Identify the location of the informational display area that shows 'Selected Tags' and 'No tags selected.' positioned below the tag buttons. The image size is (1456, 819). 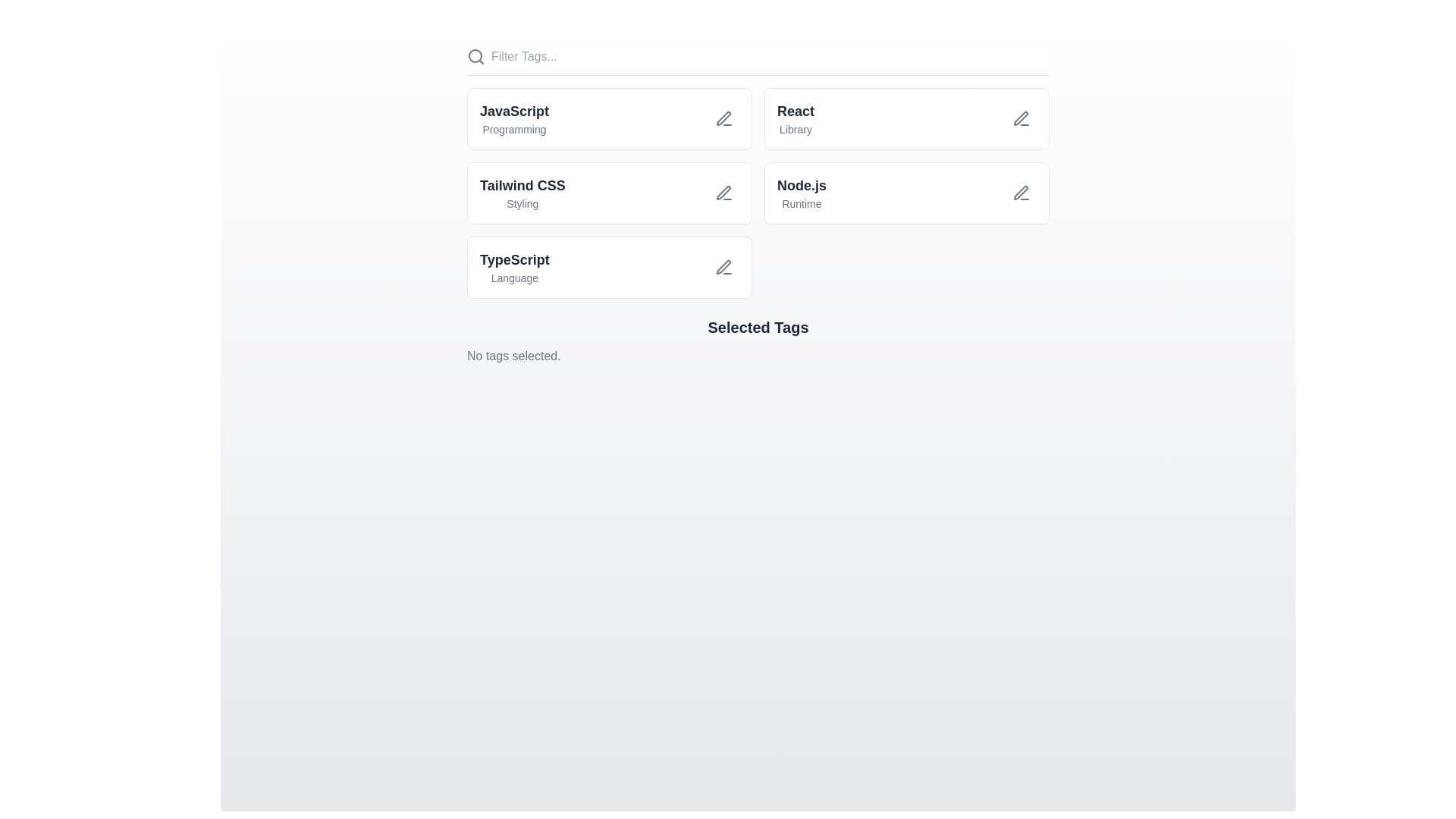
(758, 341).